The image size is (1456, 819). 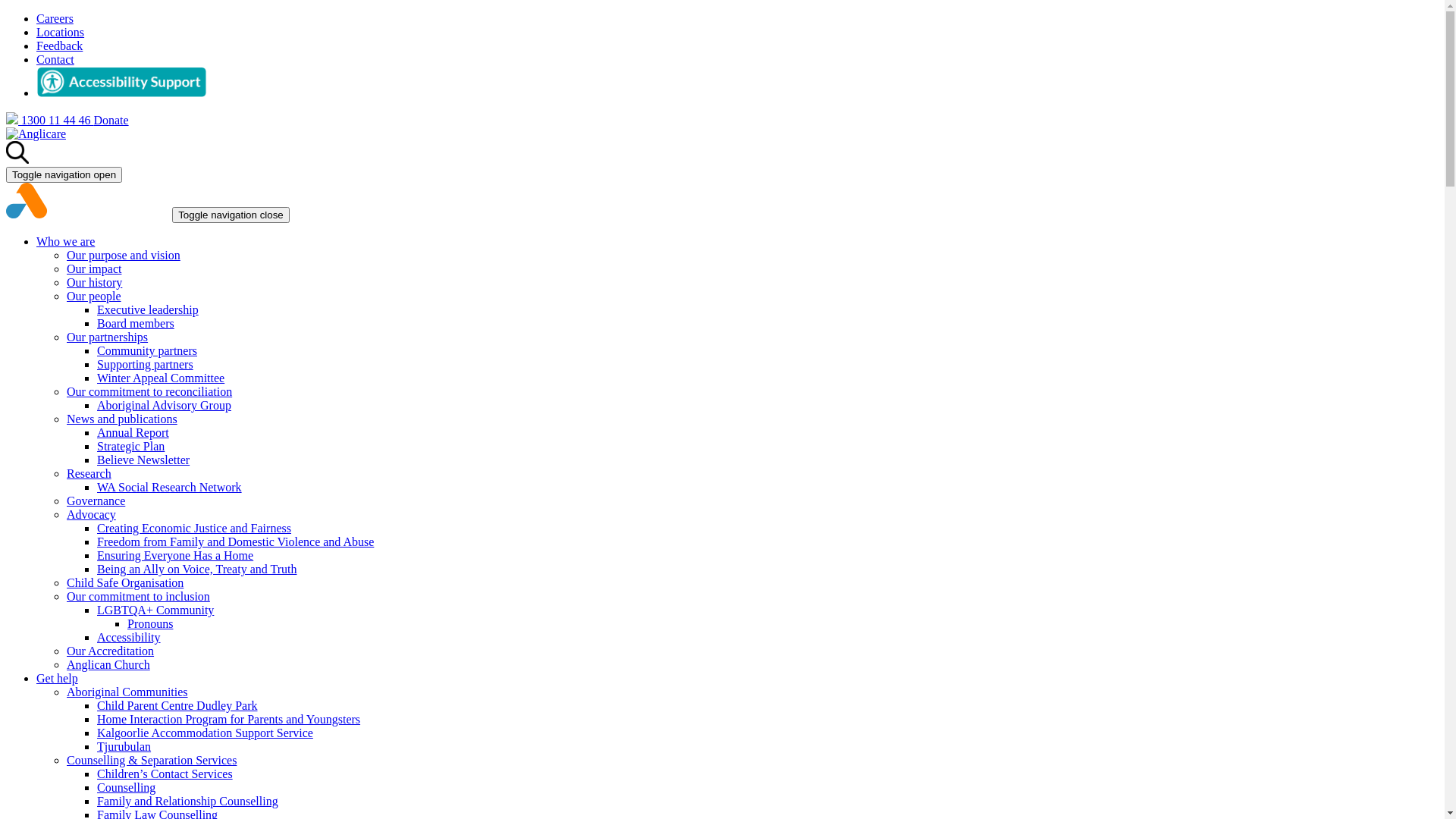 I want to click on 'Annual Report', so click(x=133, y=432).